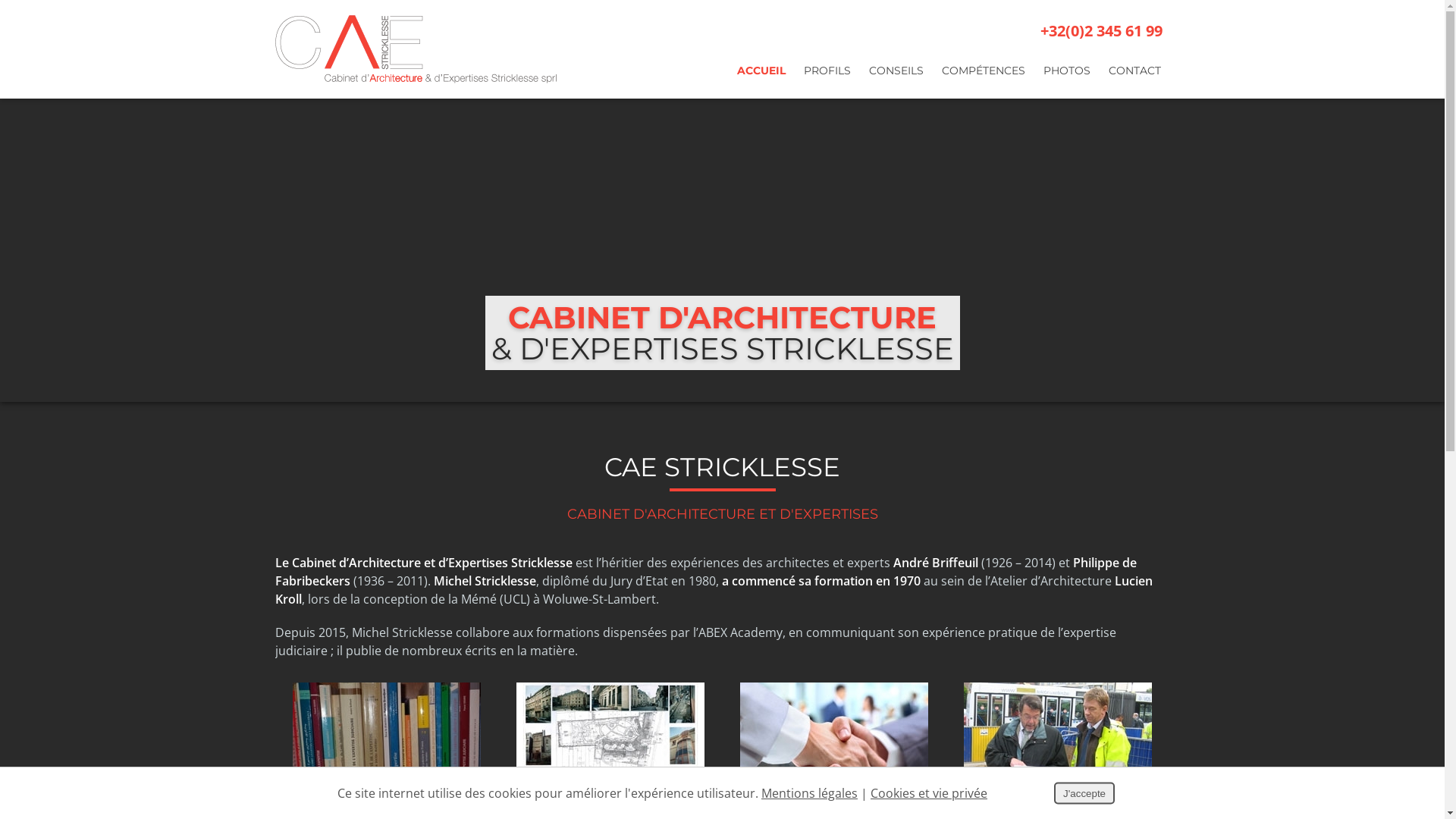  What do you see at coordinates (516, 745) in the screenshot?
I see `'Architecture'` at bounding box center [516, 745].